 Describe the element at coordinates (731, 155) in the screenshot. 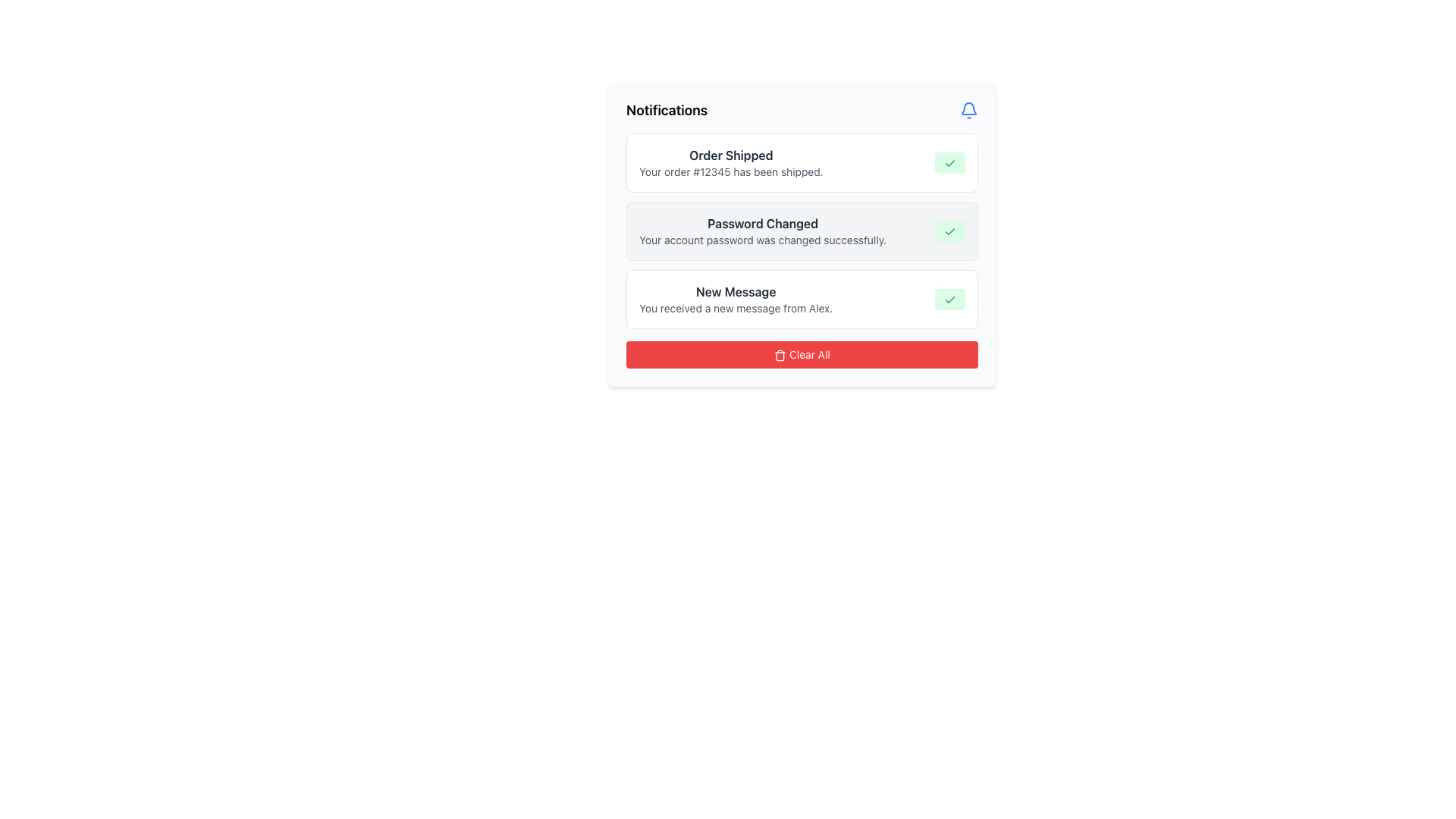

I see `static notification header displaying 'Order Shipped' status, which contains the text 'Your order #12345 has been shipped.'` at that location.